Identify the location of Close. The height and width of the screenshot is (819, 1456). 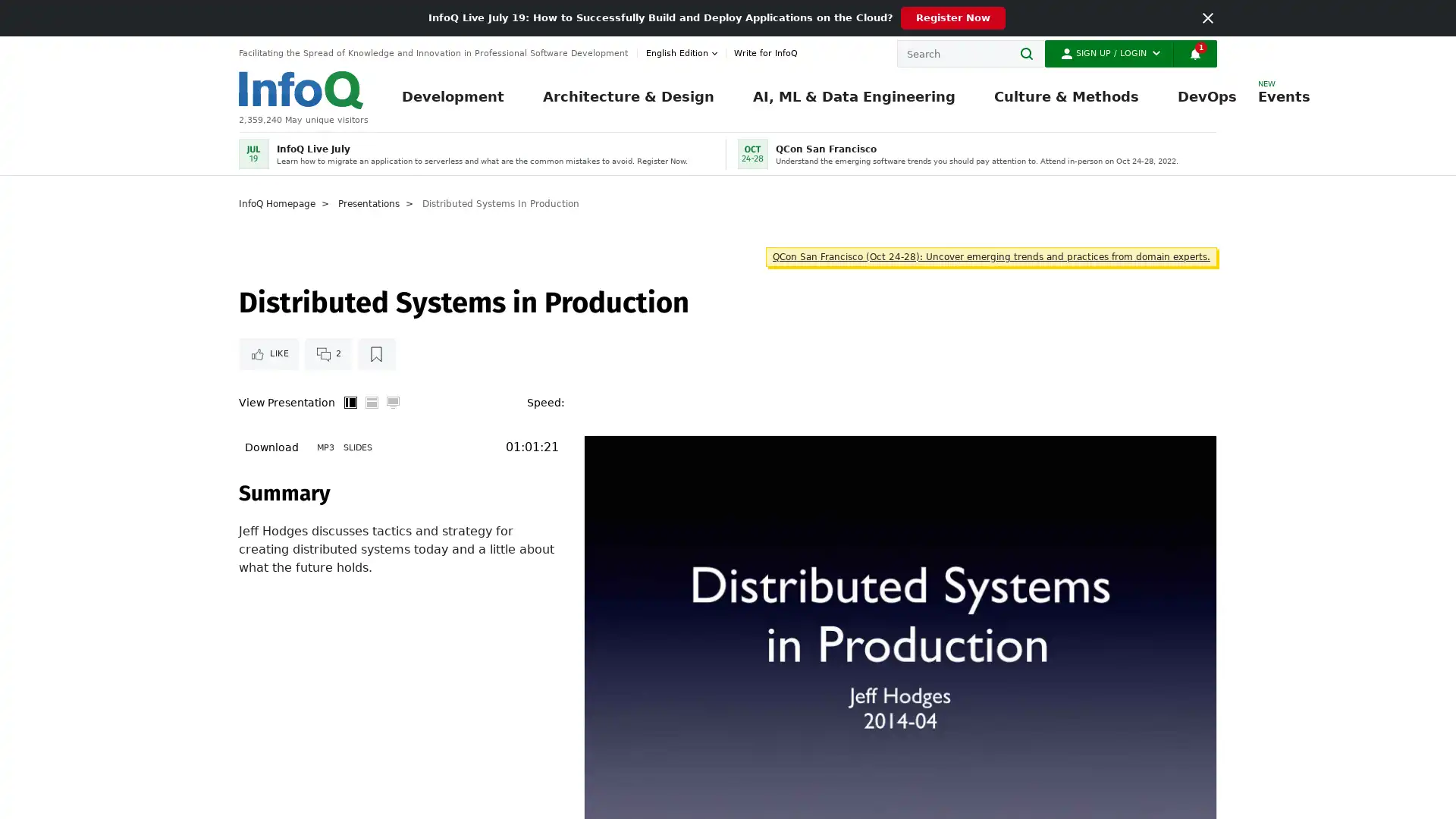
(1207, 17).